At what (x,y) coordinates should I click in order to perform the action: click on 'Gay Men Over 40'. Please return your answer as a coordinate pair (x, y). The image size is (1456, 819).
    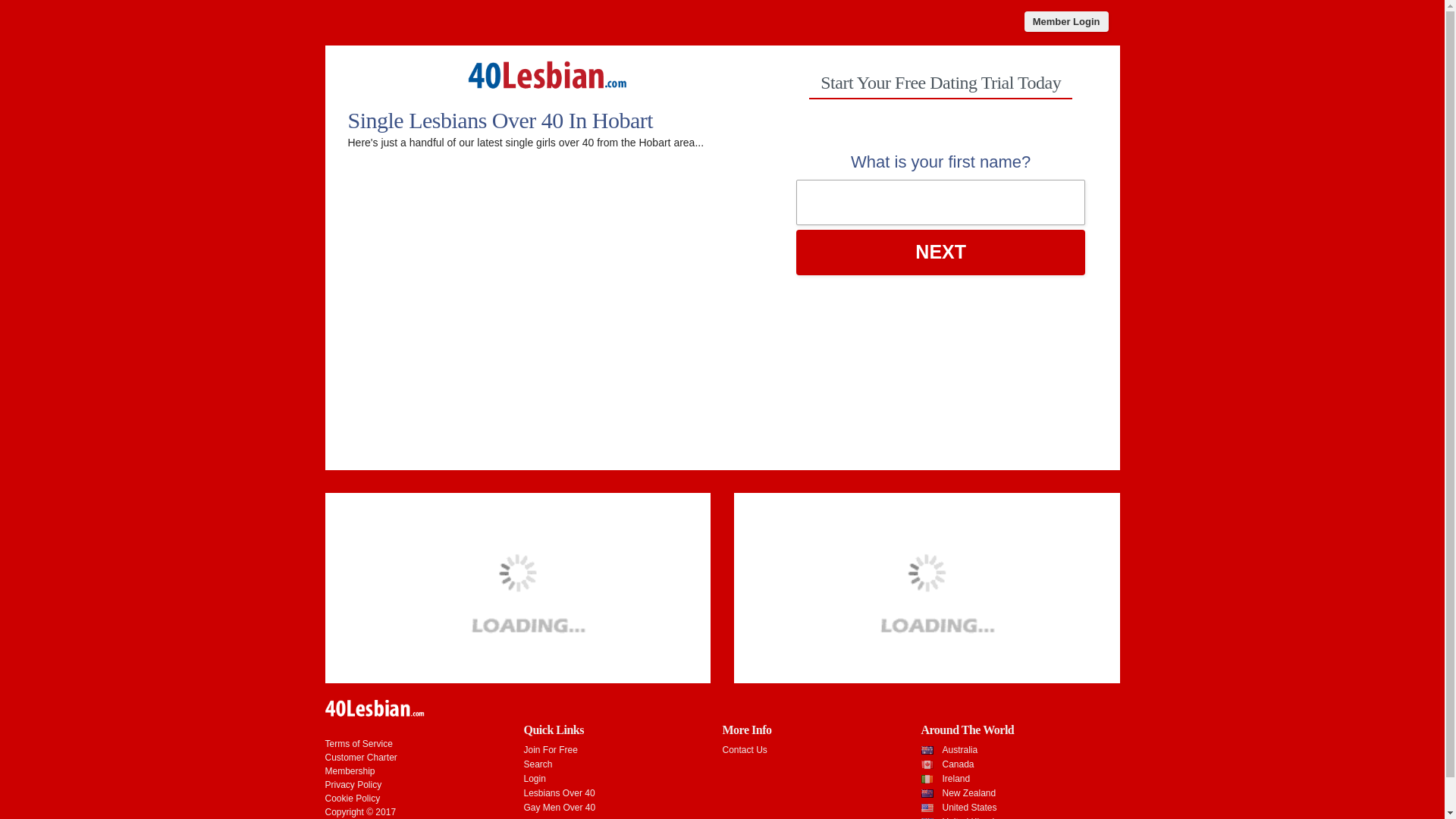
    Looking at the image, I should click on (558, 806).